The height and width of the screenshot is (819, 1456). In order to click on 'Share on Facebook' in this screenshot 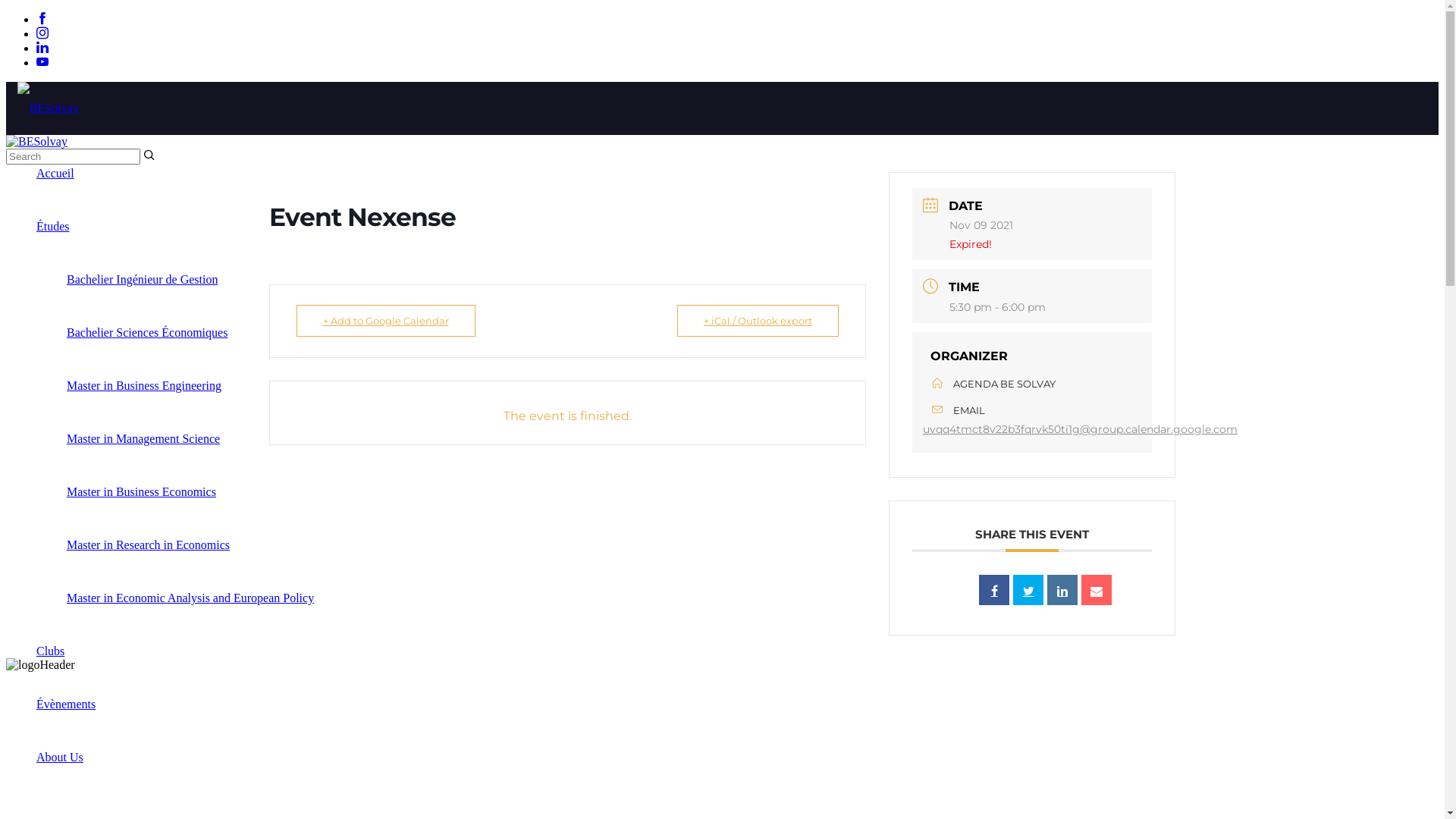, I will do `click(993, 589)`.